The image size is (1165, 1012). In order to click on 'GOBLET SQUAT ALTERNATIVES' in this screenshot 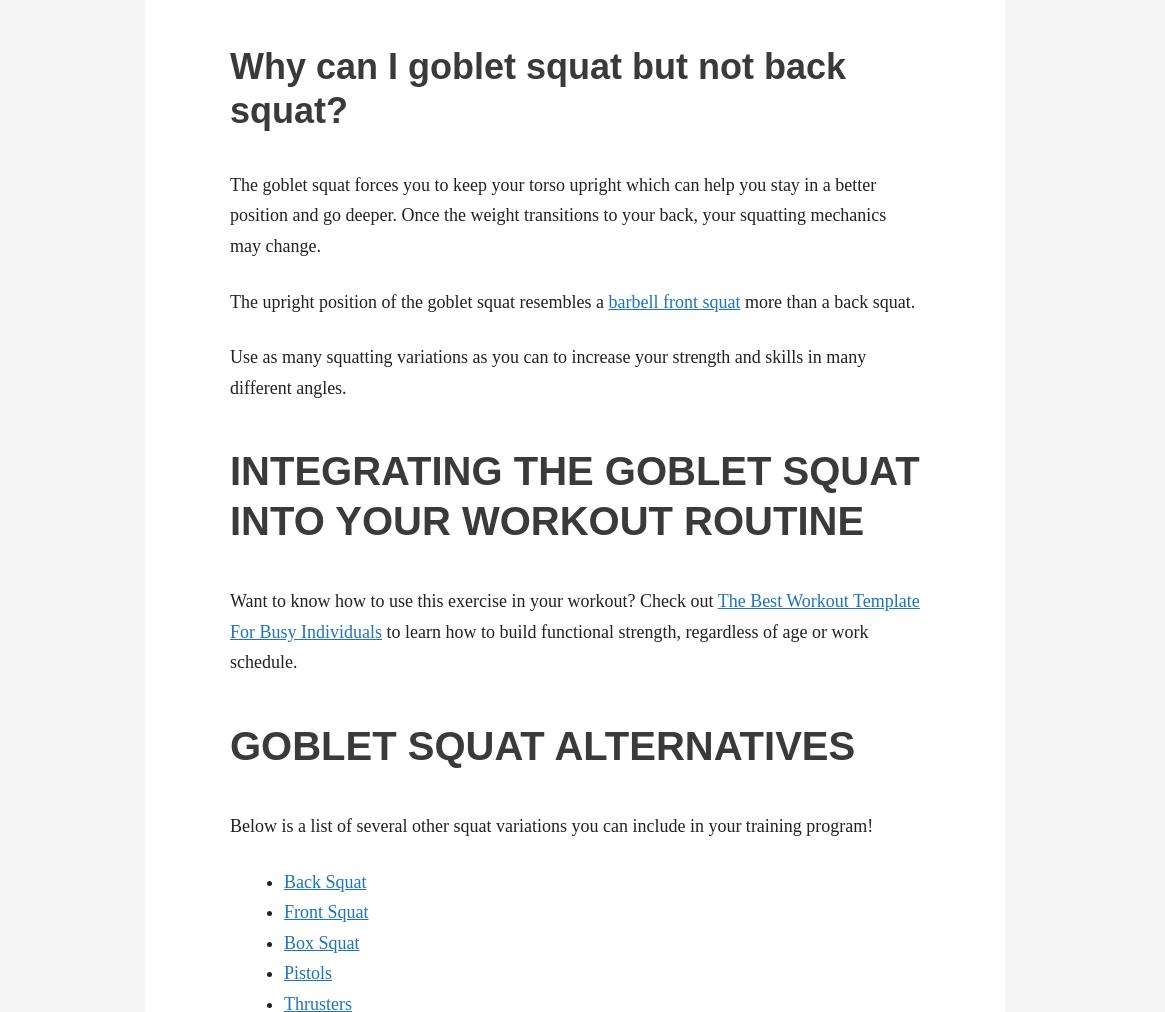, I will do `click(542, 746)`.